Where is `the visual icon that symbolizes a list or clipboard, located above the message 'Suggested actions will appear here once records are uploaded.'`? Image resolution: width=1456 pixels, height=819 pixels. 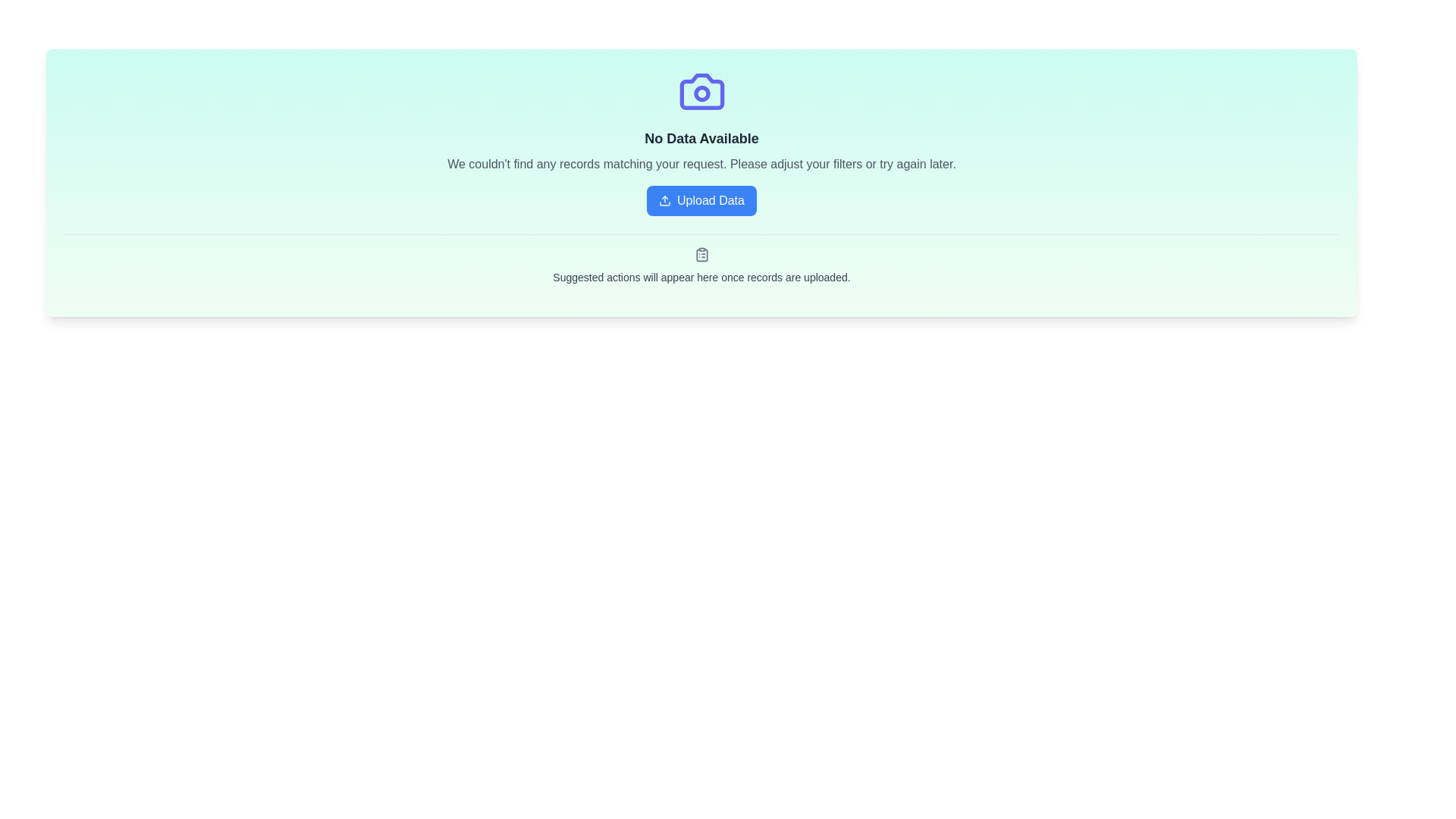
the visual icon that symbolizes a list or clipboard, located above the message 'Suggested actions will appear here once records are uploaded.' is located at coordinates (701, 253).